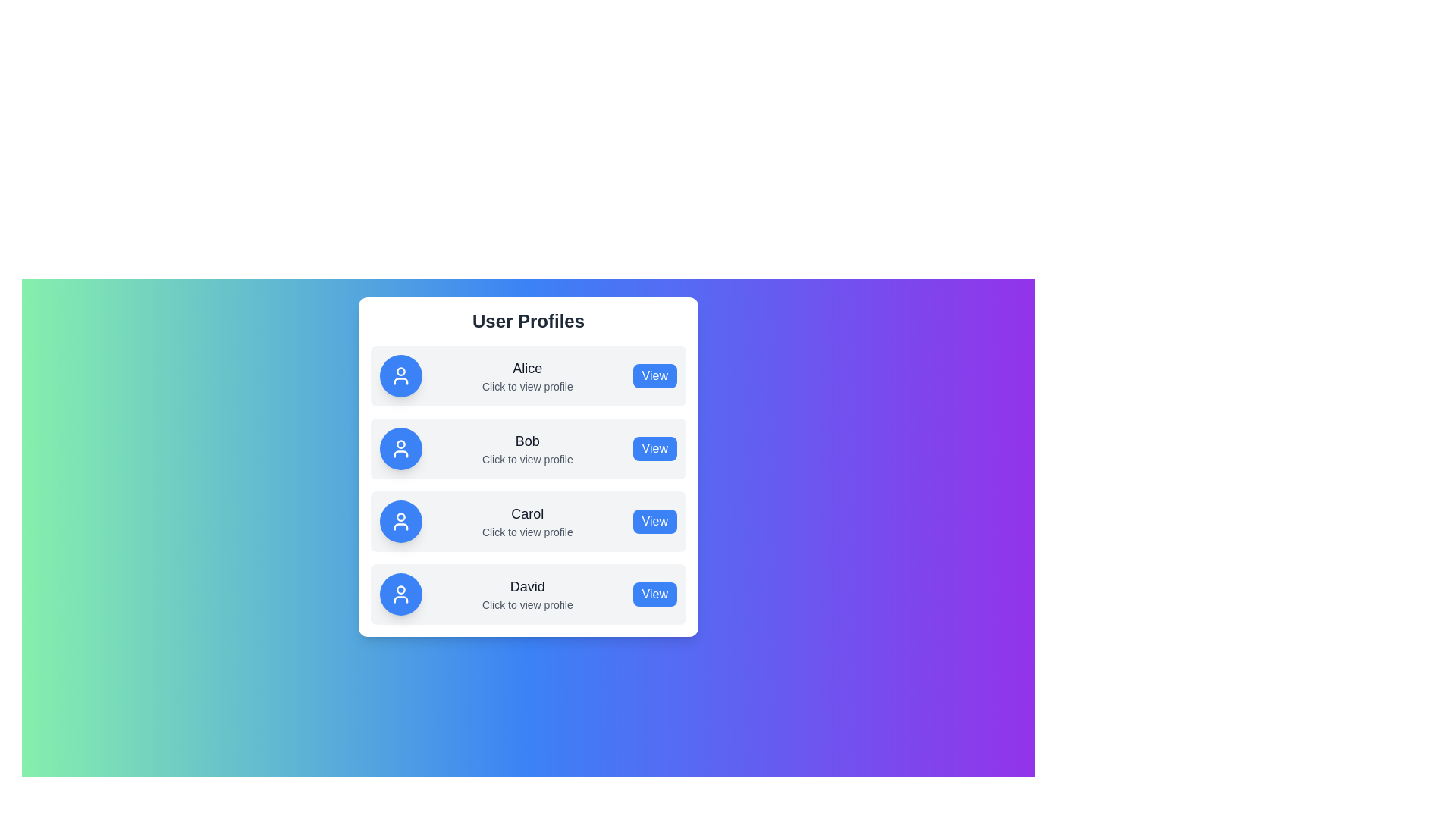  I want to click on the user profile icon representing 'Alice', which is the first icon in the profile list located to the left of the text 'Alice', so click(400, 375).